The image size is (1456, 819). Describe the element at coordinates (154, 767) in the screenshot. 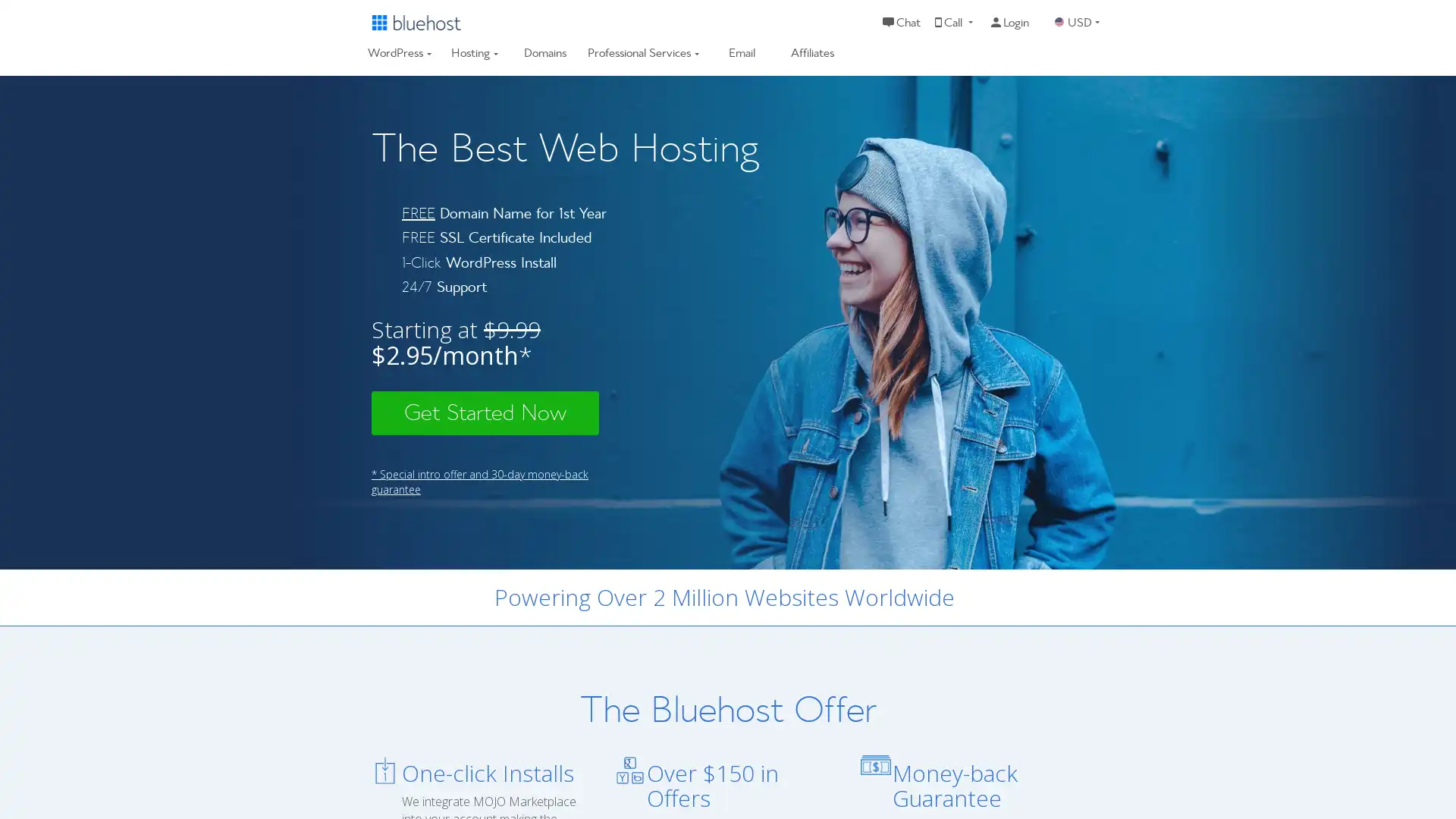

I see `Cookies Settings` at that location.